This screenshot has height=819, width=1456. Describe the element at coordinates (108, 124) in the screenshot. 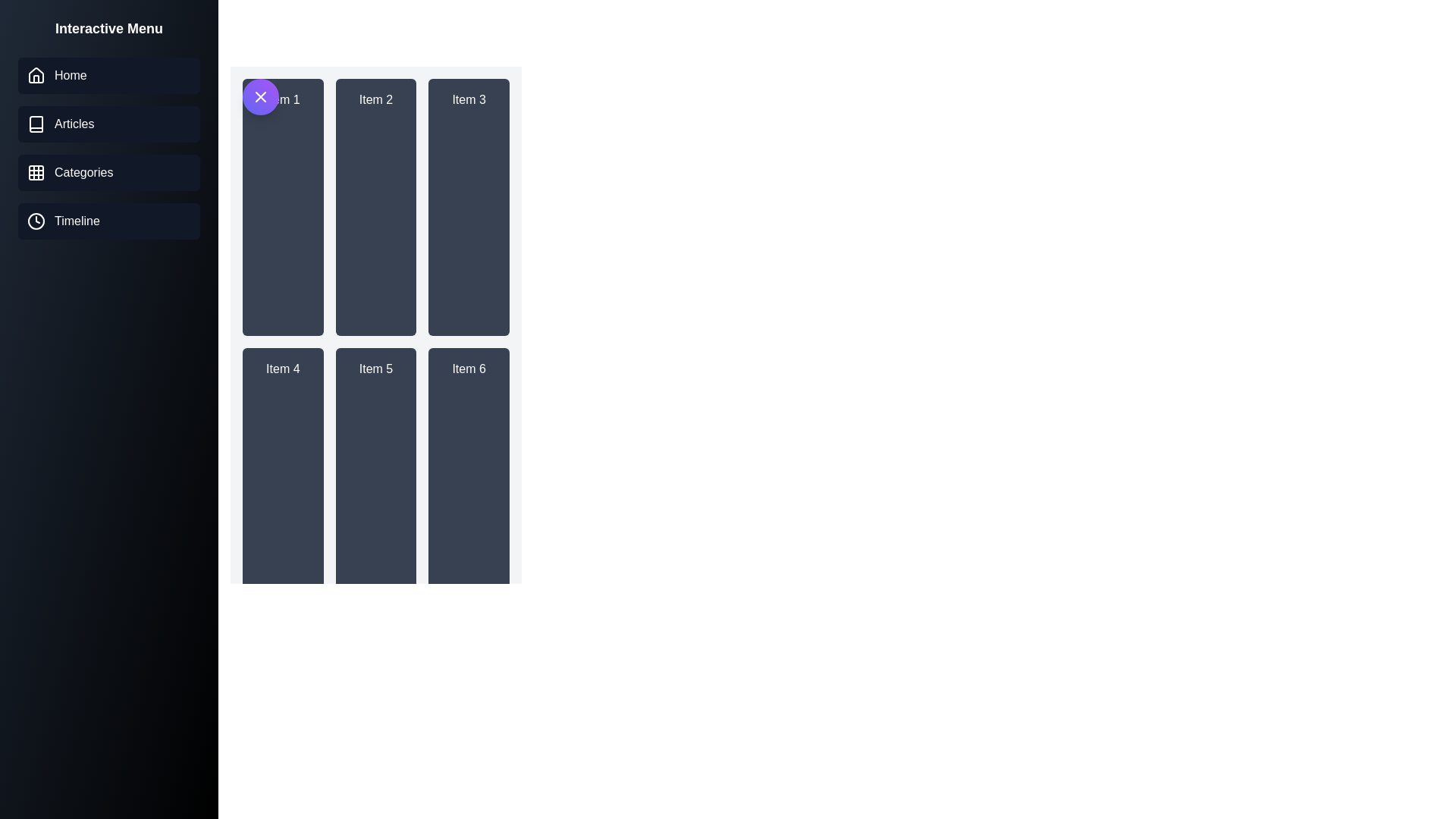

I see `the Articles menu item in the menu` at that location.